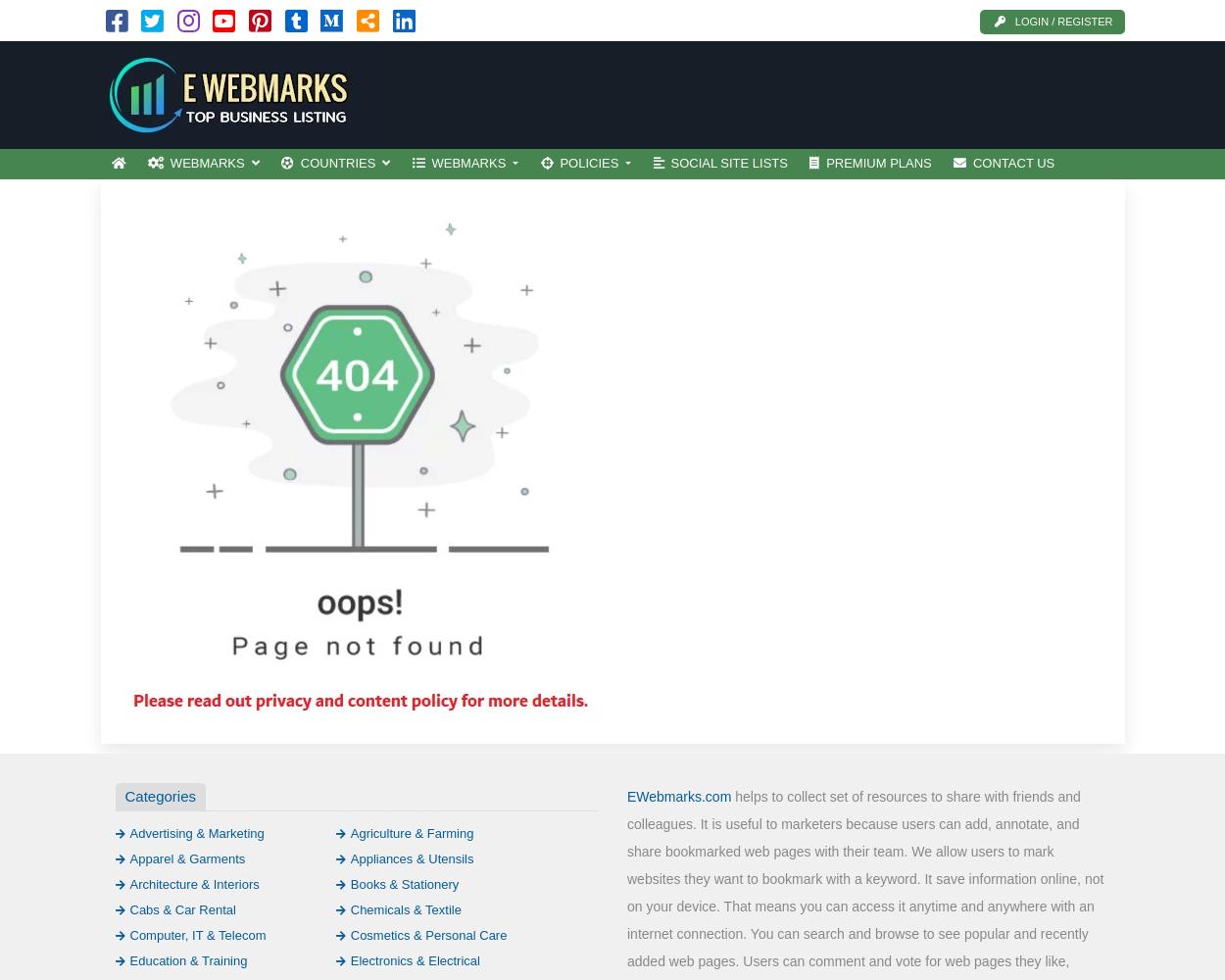  Describe the element at coordinates (349, 958) in the screenshot. I see `'Electronics & Electrical'` at that location.